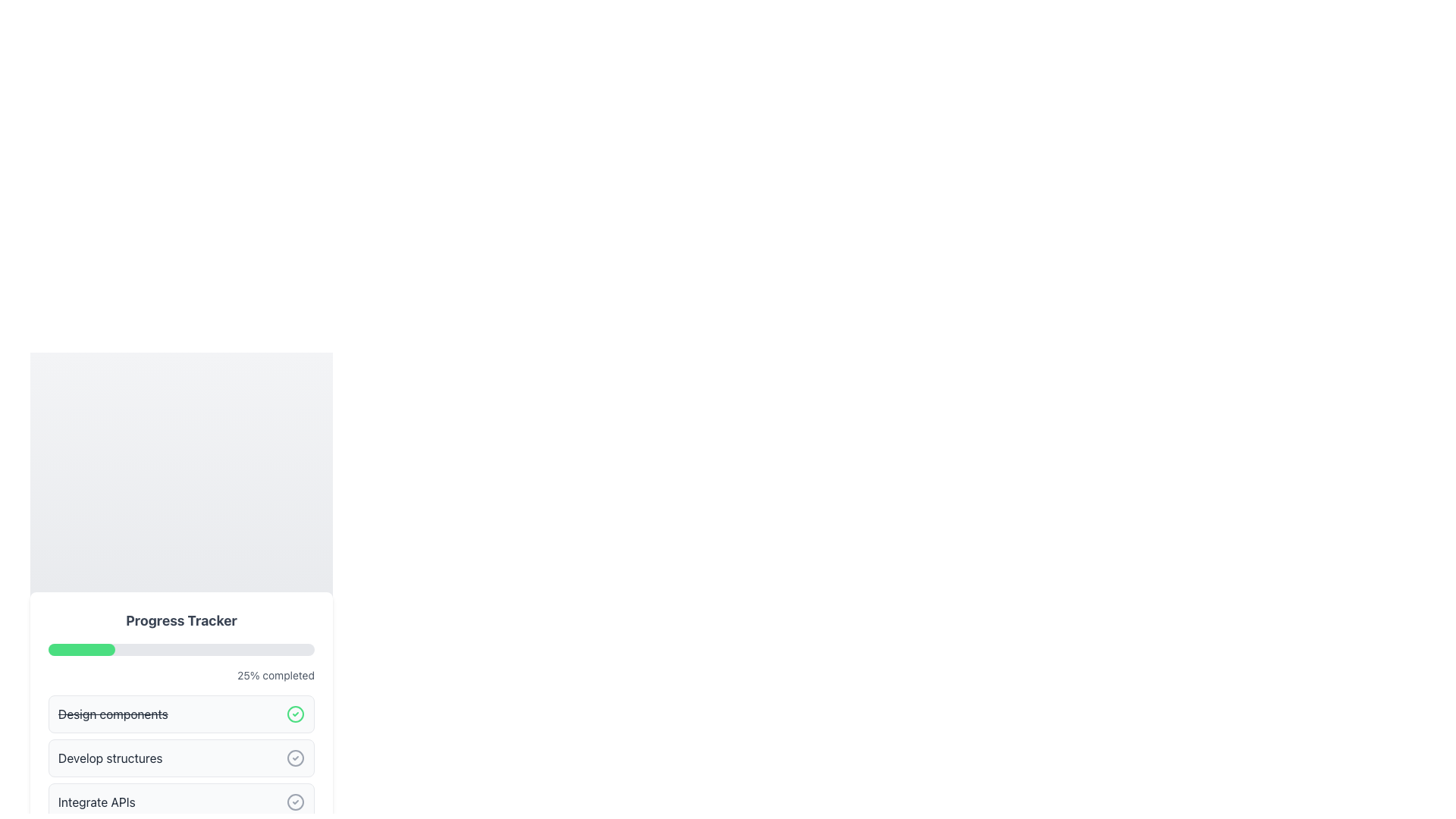 The height and width of the screenshot is (819, 1456). I want to click on the circular icon with a gray check mark located to the right of the text 'Develop structures', so click(295, 758).